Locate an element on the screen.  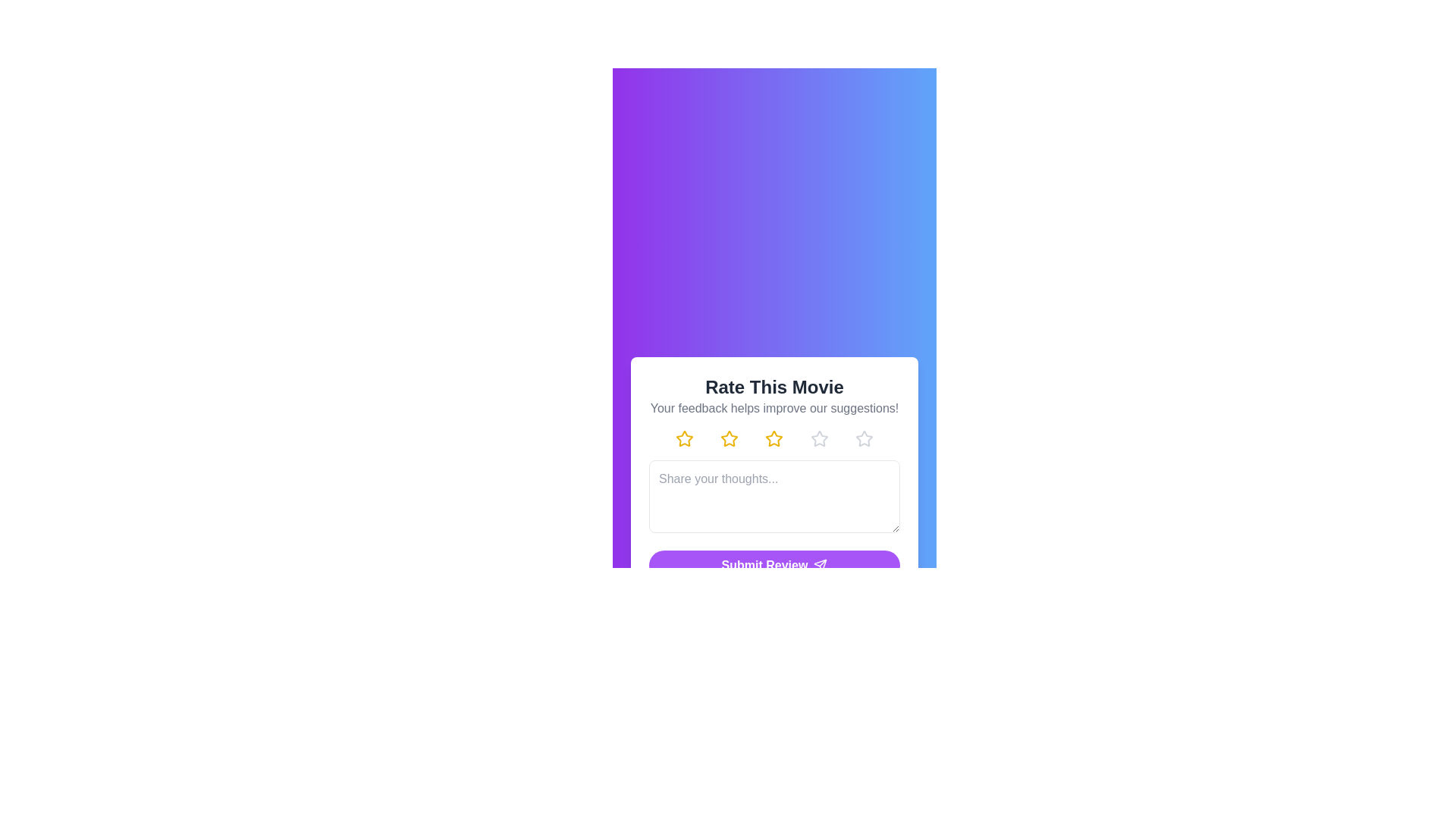
the 'Submit Review' button by navigating through elements is located at coordinates (774, 565).